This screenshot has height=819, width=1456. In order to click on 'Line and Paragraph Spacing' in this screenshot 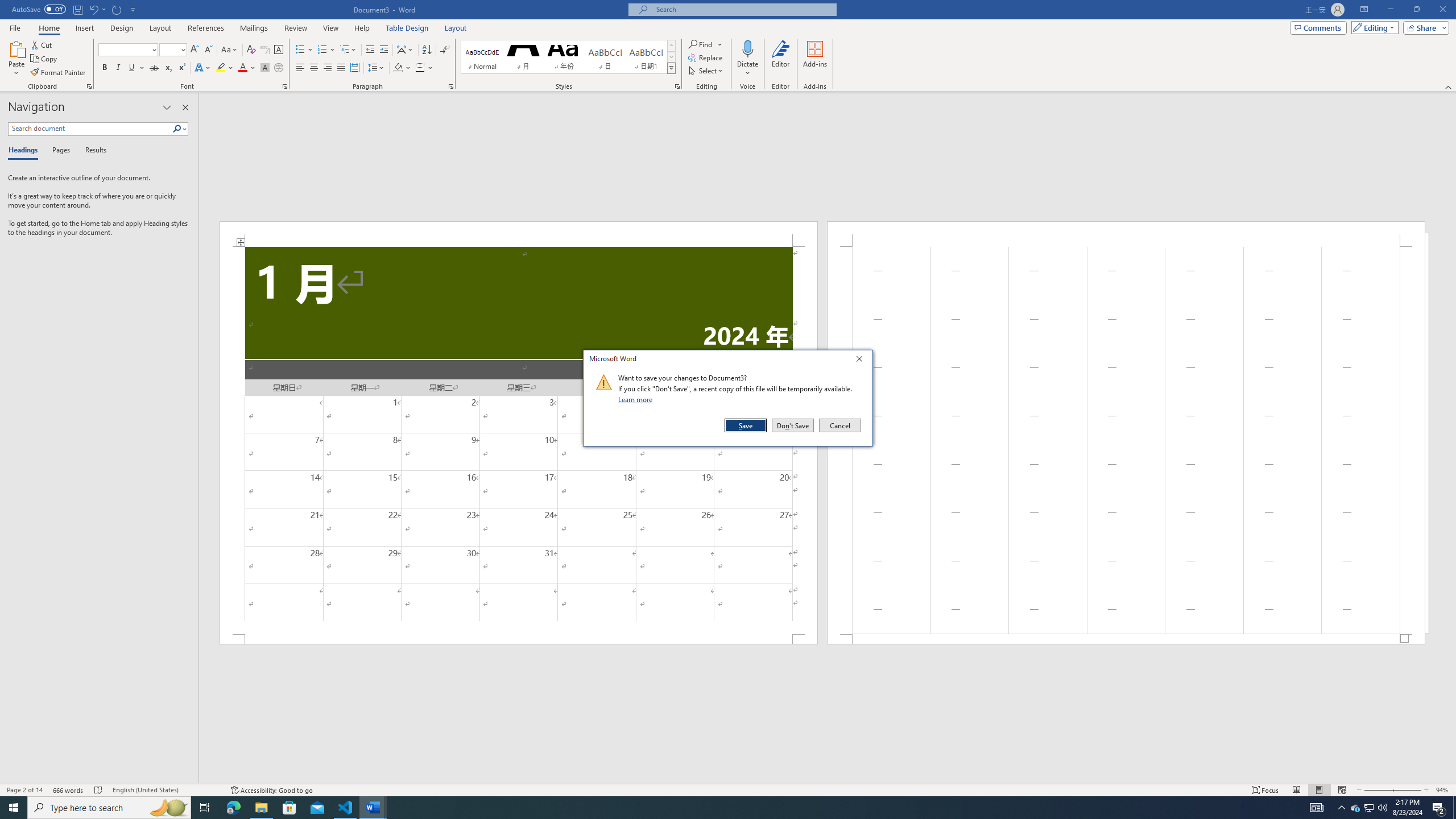, I will do `click(377, 67)`.